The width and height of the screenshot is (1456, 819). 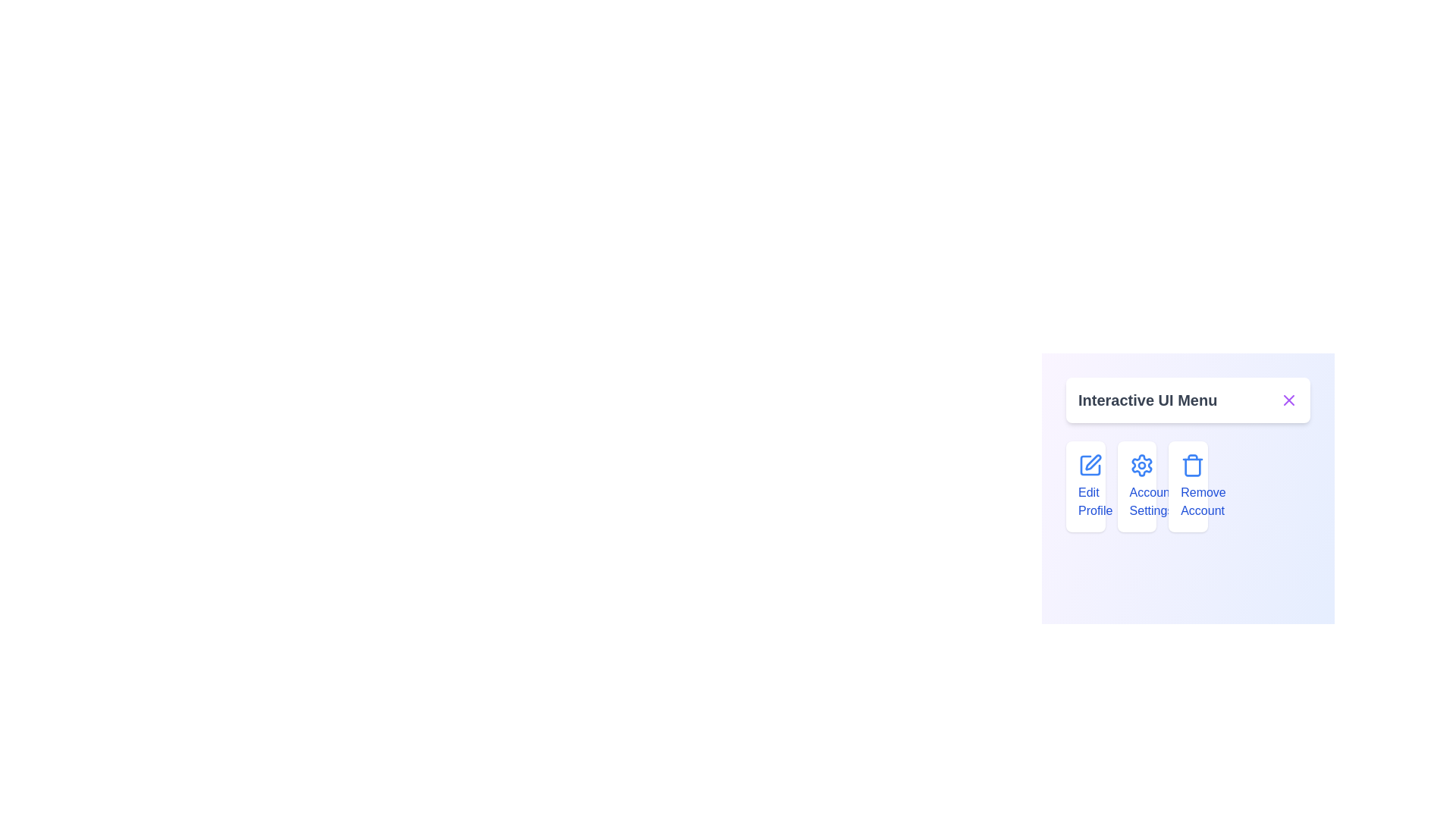 What do you see at coordinates (1187, 486) in the screenshot?
I see `the 'Remove Account' menu item` at bounding box center [1187, 486].